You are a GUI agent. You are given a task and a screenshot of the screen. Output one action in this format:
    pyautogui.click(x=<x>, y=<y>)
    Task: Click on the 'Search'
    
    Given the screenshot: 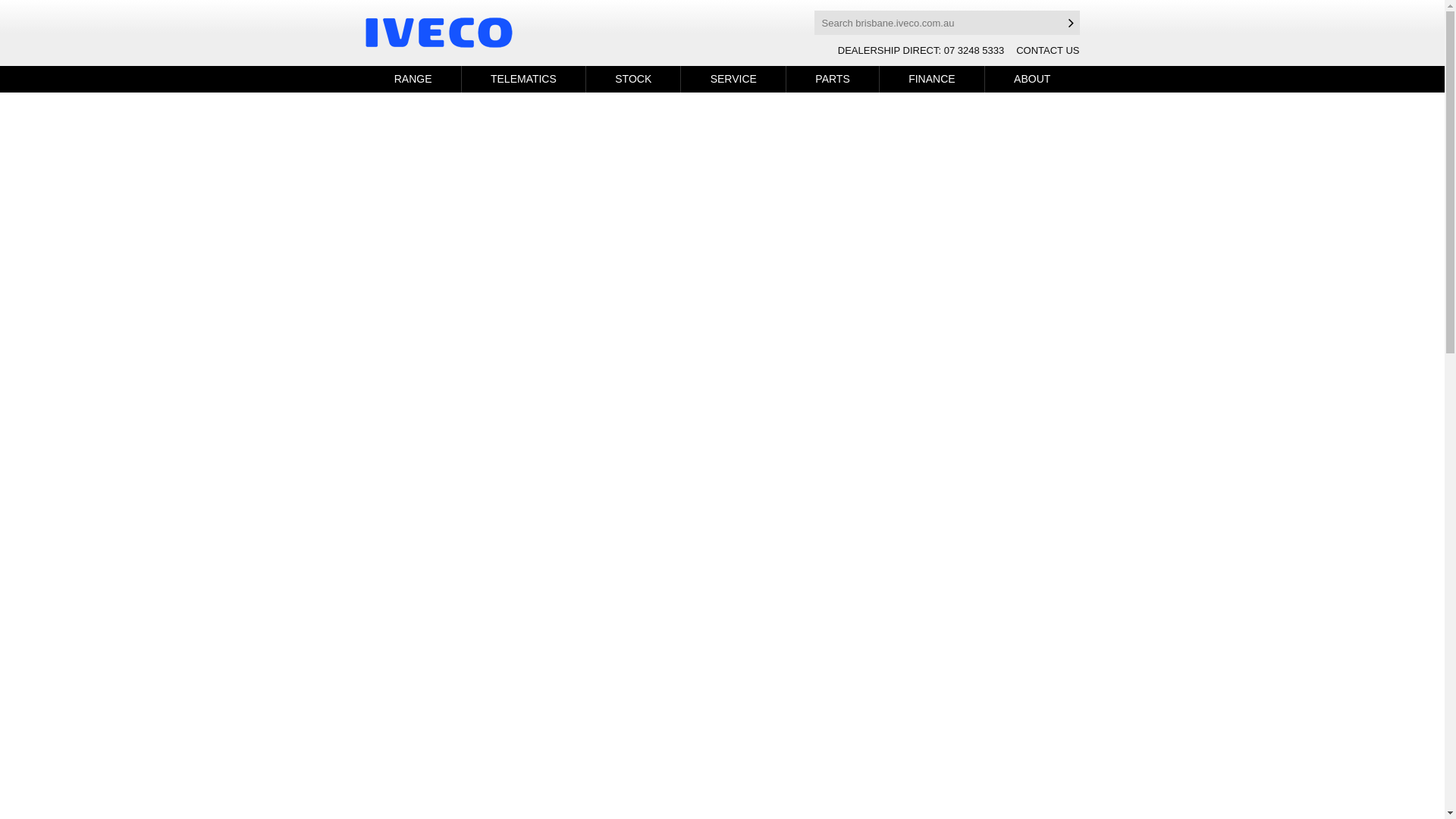 What is the action you would take?
    pyautogui.click(x=1070, y=23)
    